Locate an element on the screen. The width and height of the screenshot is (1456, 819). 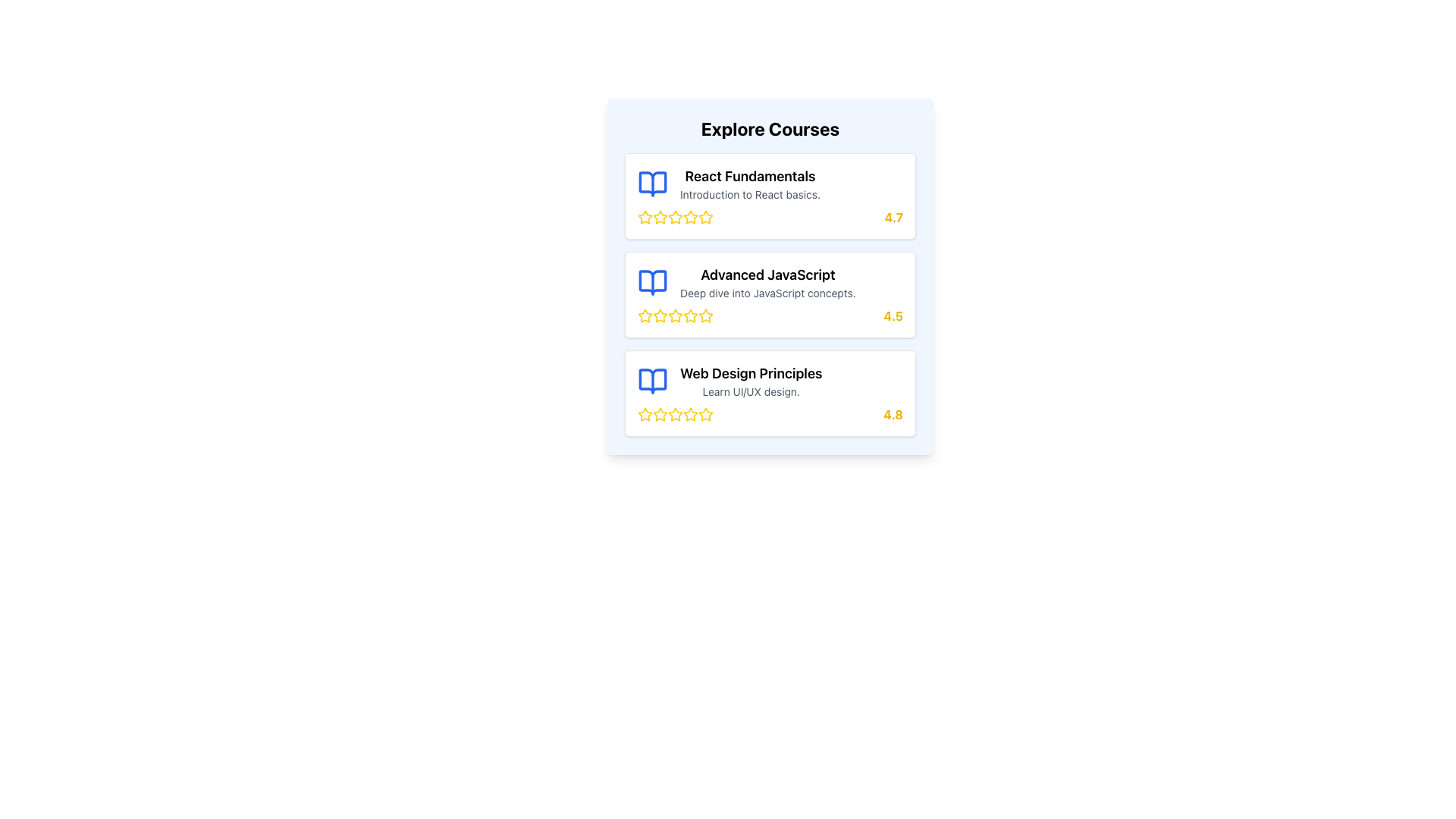
the first yellow outlined star icon in the rating system of the 'React Fundamentals' course is located at coordinates (659, 216).